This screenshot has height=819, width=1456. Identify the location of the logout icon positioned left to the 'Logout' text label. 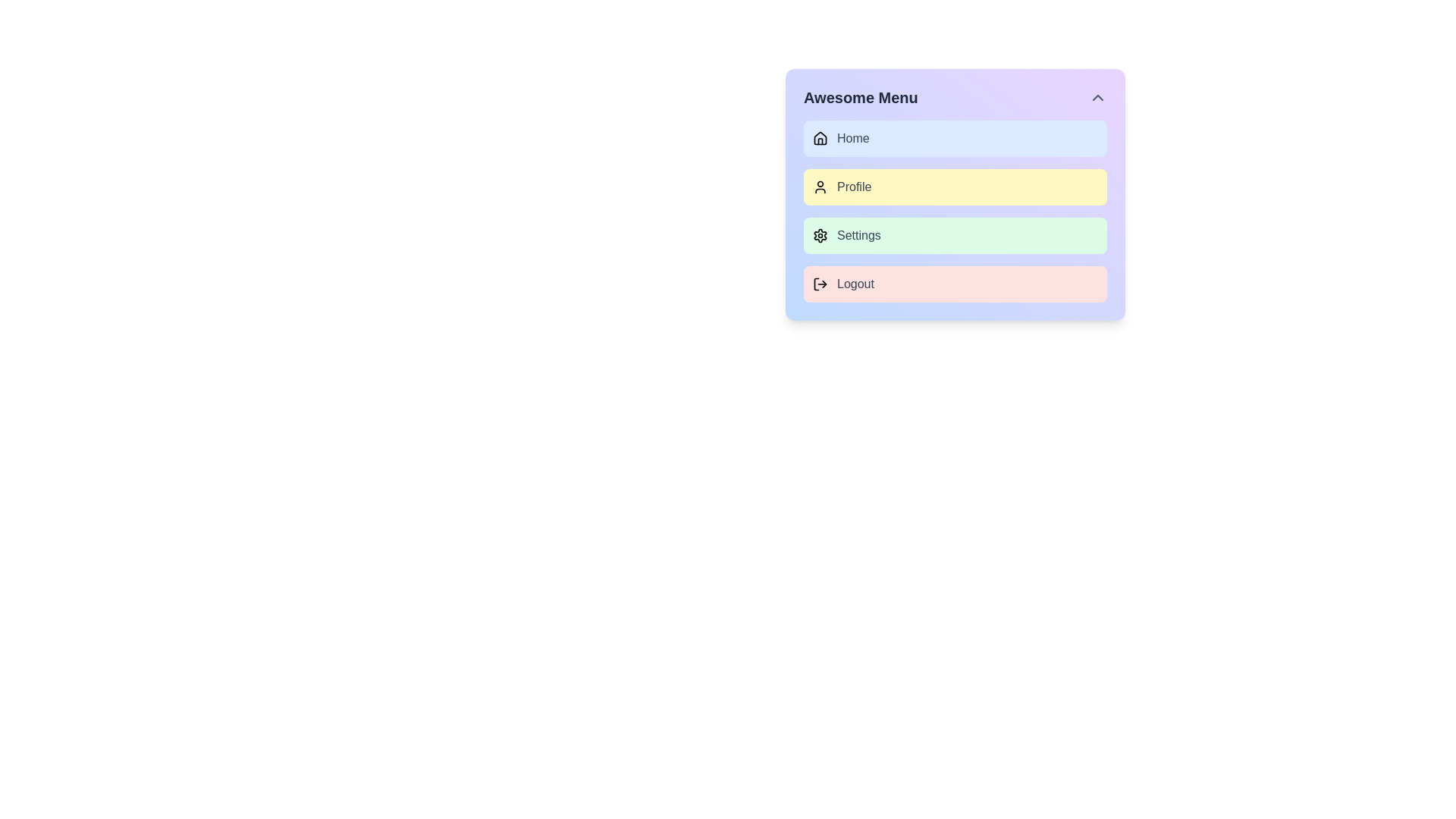
(819, 284).